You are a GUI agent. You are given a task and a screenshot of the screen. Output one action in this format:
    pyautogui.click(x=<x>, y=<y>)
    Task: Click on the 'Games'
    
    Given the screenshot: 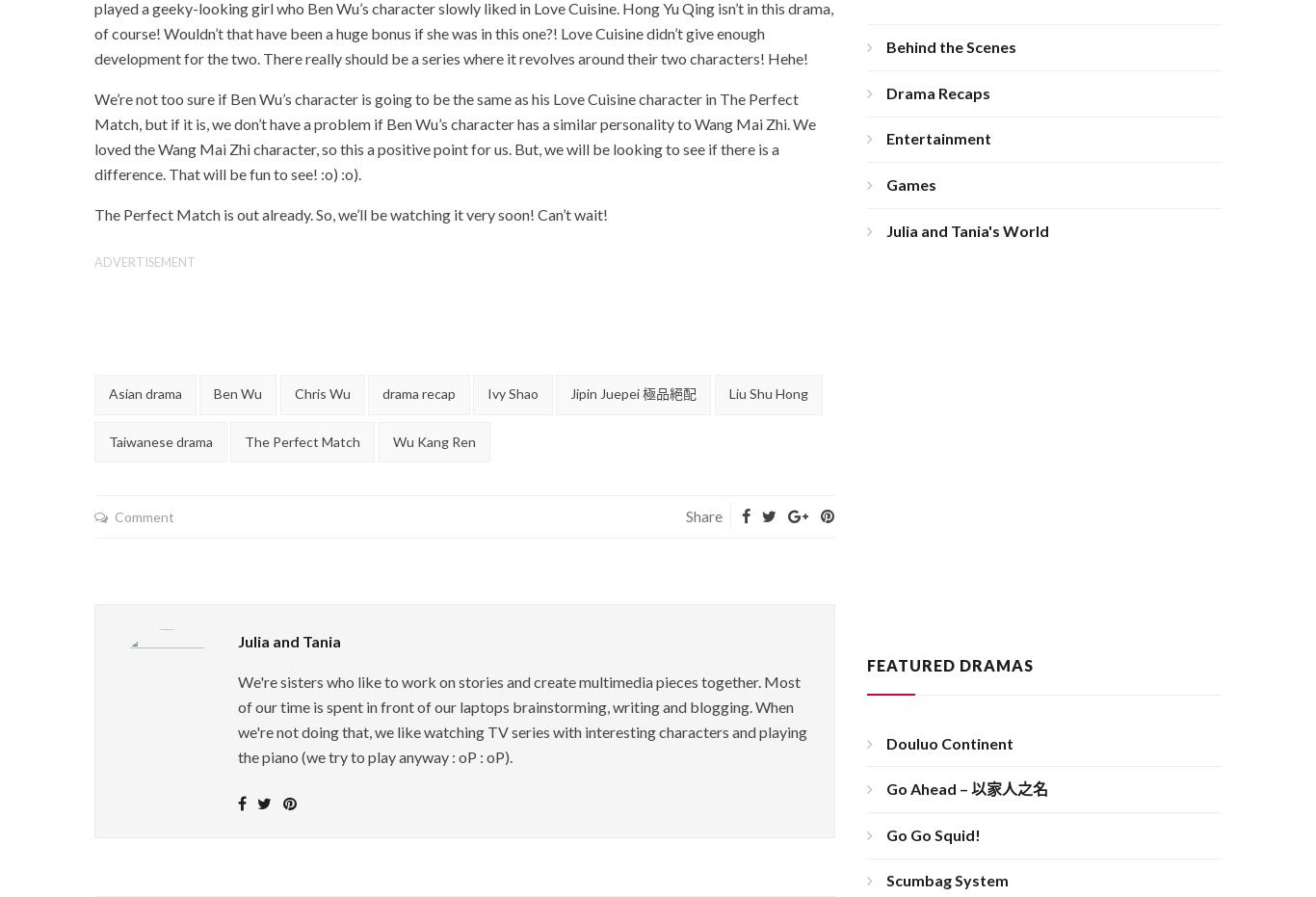 What is the action you would take?
    pyautogui.click(x=910, y=183)
    